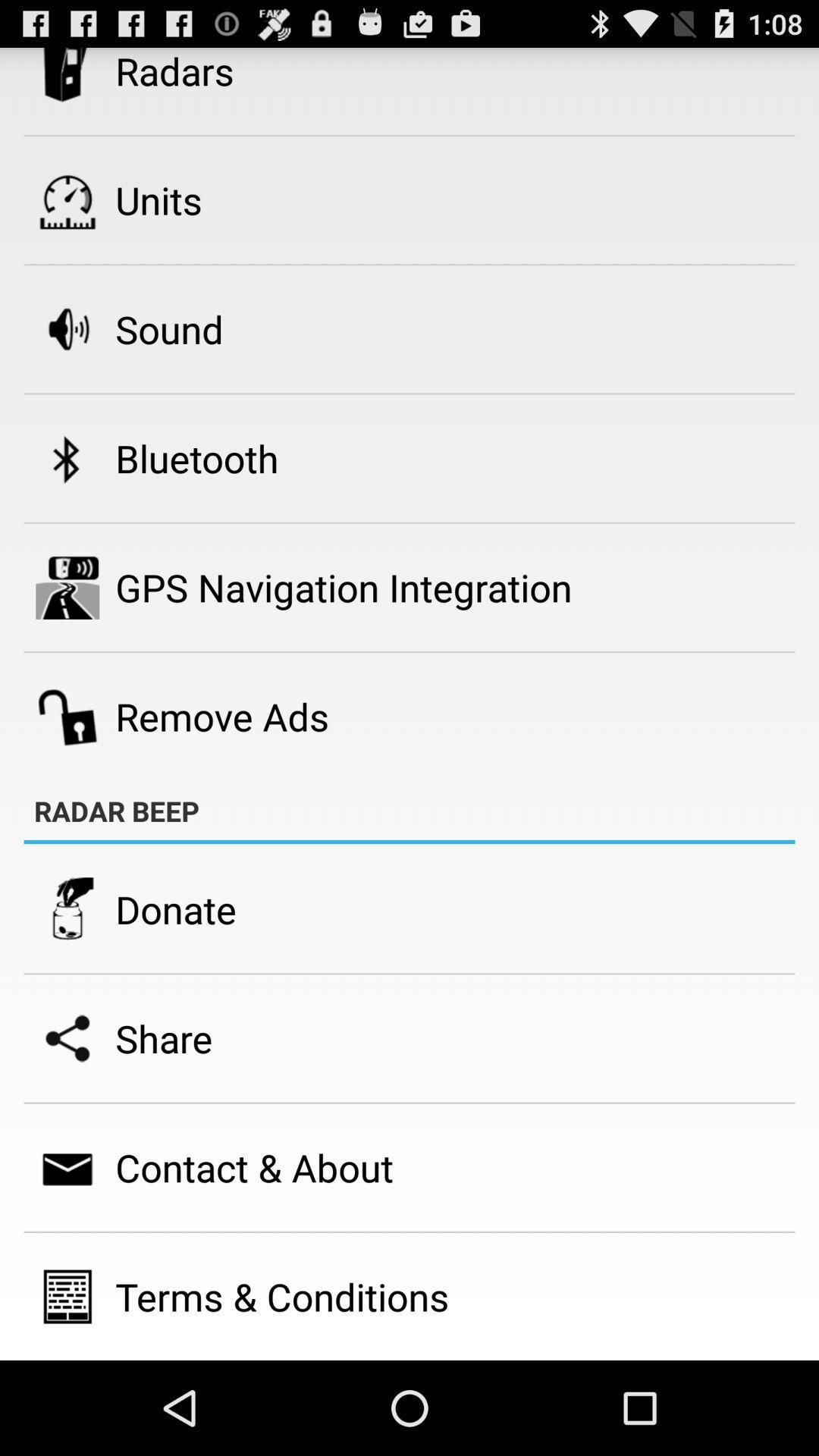 The image size is (819, 1456). I want to click on the share, so click(164, 1037).